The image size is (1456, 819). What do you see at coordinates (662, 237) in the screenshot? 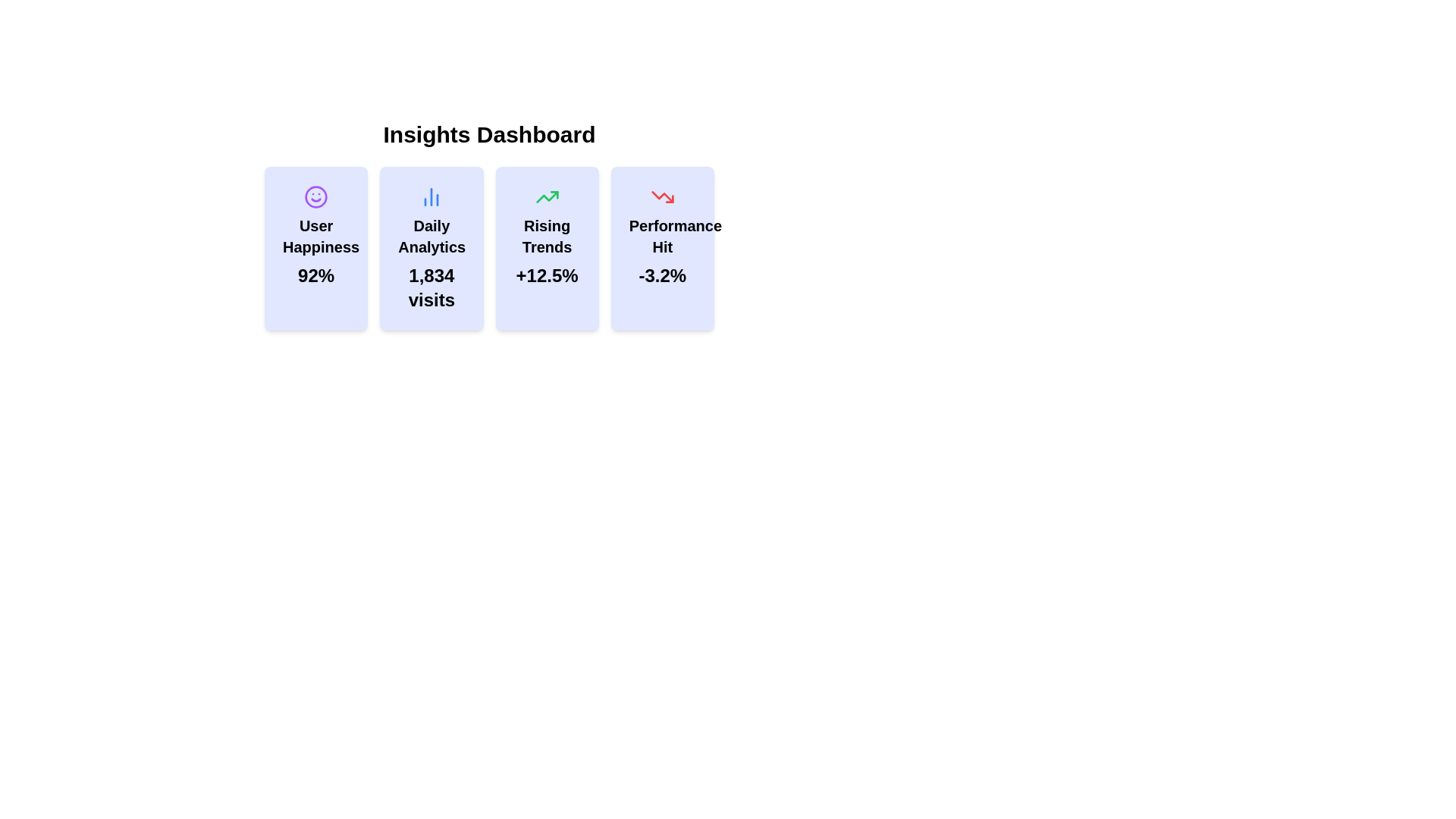
I see `the bold-text headline displaying 'Performance Hit', which is positioned at the top middle of a light indigo-colored box containing performance metrics` at bounding box center [662, 237].